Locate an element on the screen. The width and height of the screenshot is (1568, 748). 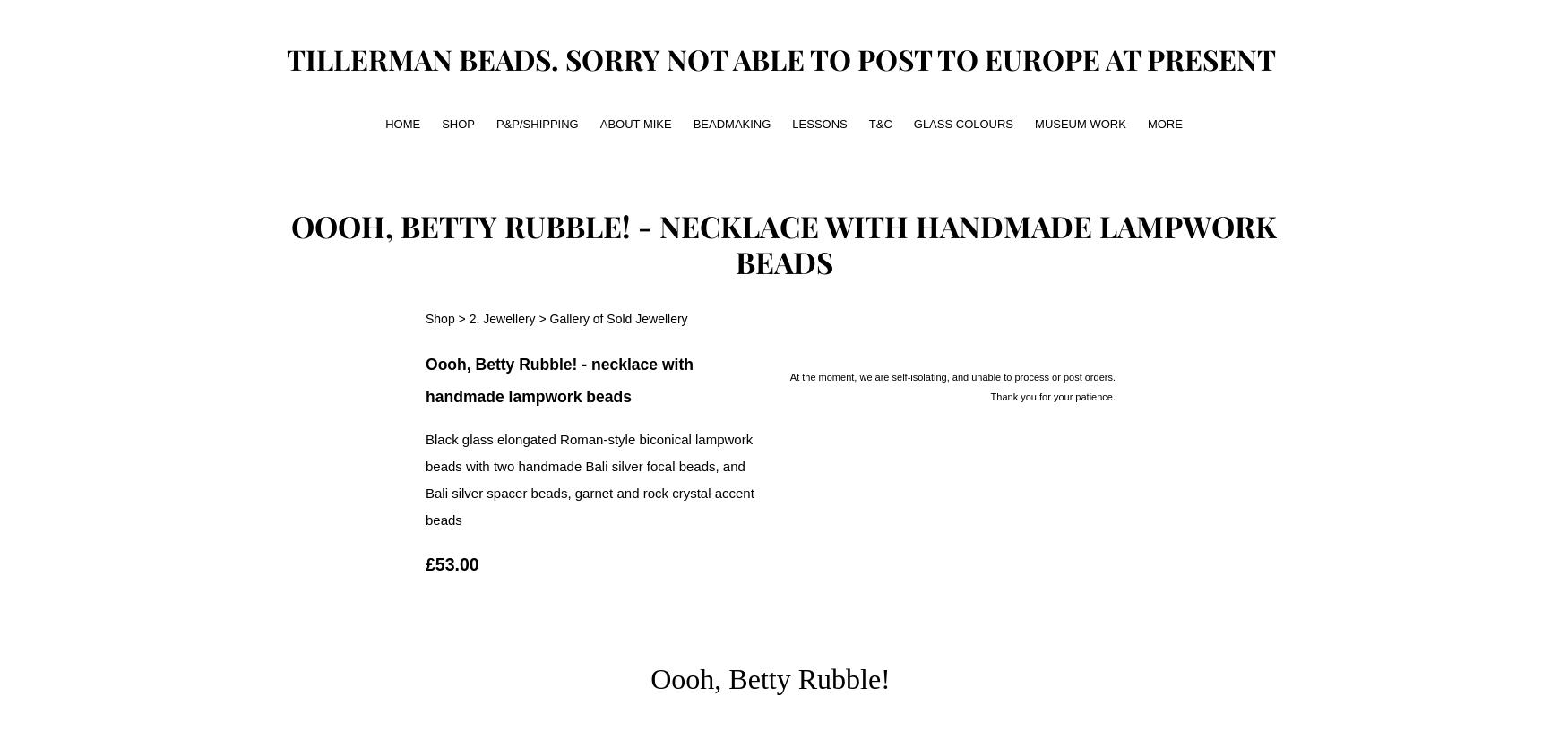
'£53.00' is located at coordinates (451, 563).